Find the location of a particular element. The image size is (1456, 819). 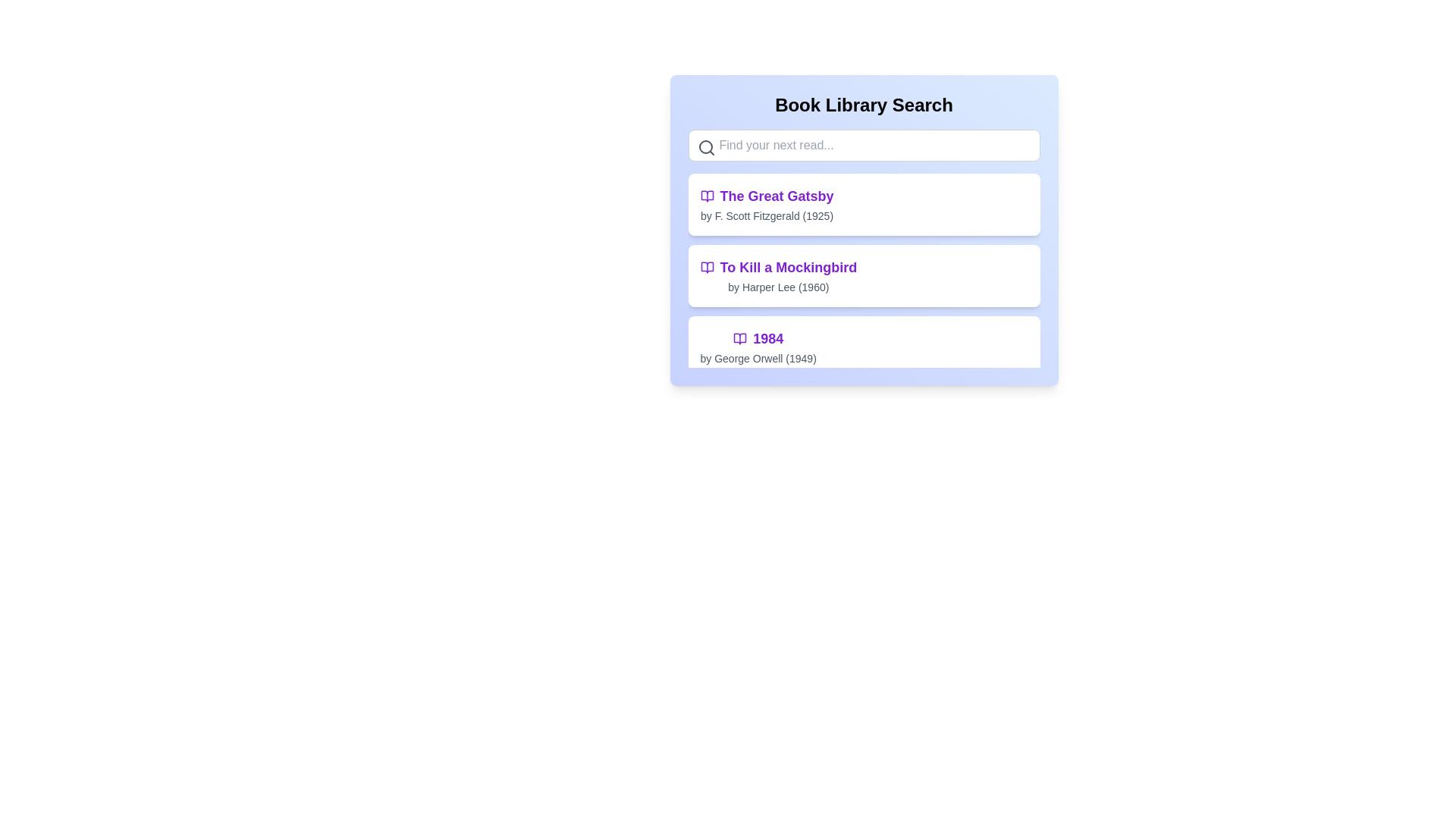

the dark purple icon resembling an open book, located to the left of the text '1984', which identifies the book item in the list is located at coordinates (740, 338).